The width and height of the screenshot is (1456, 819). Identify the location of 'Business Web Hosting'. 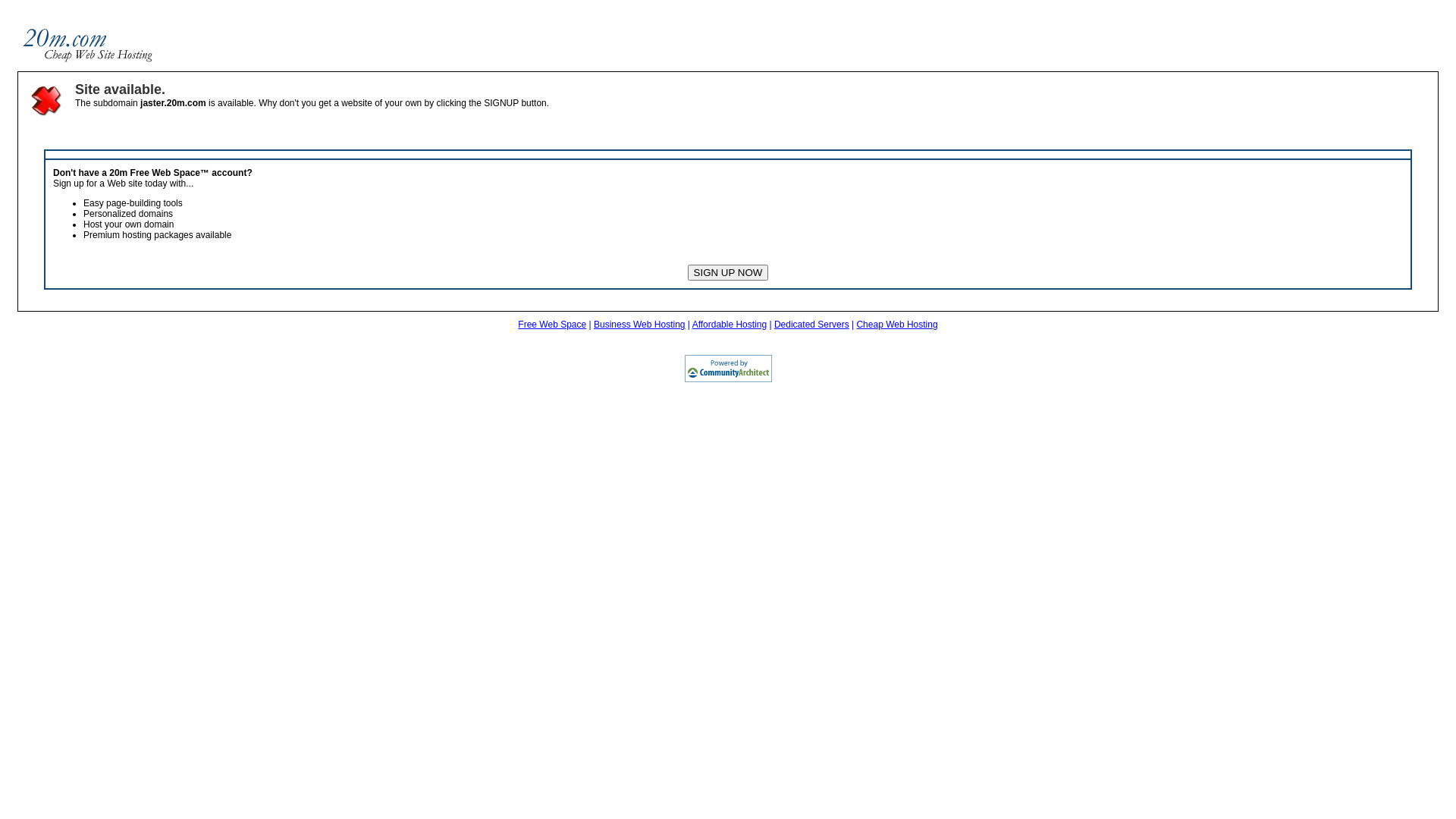
(639, 324).